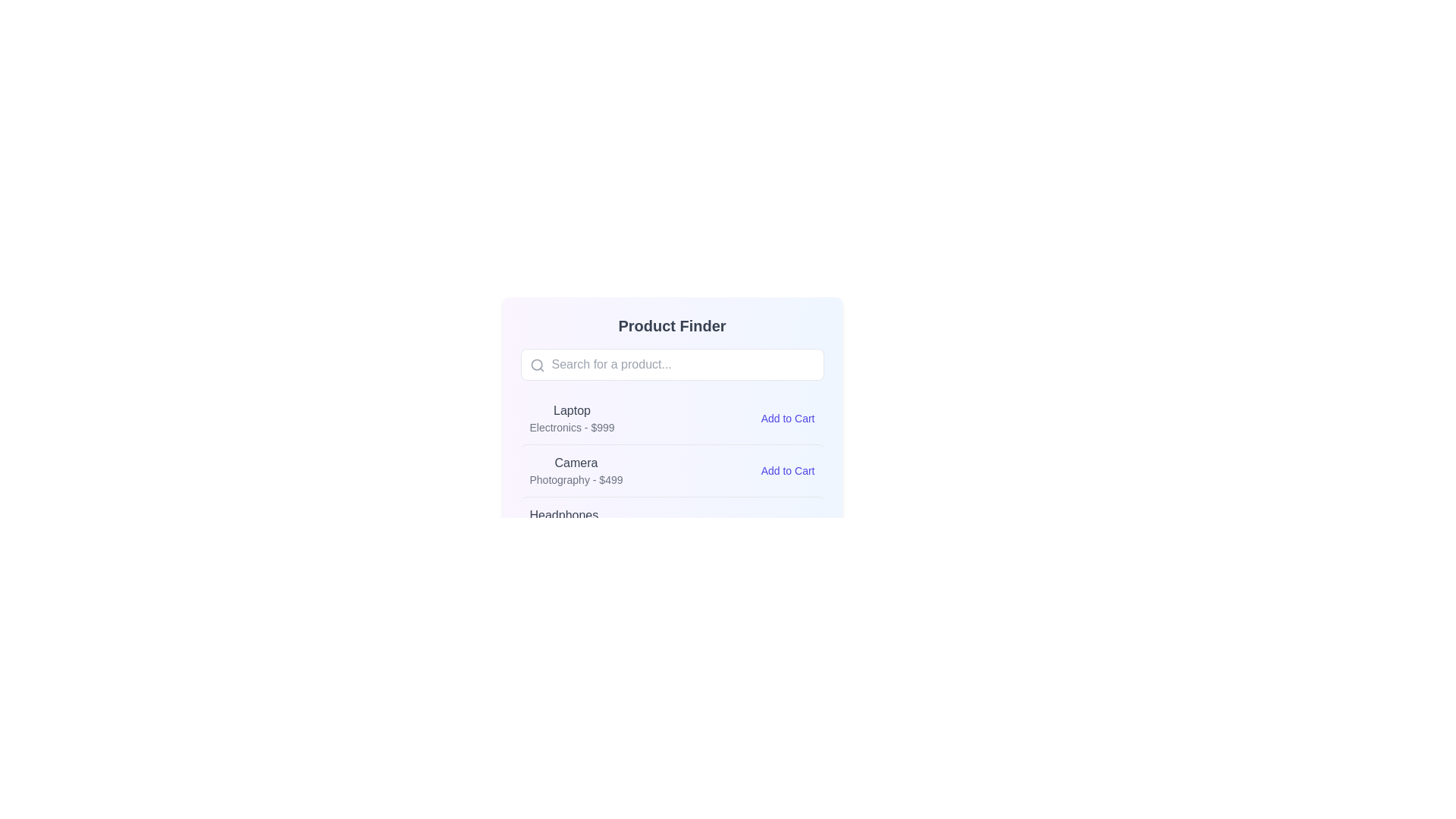 The height and width of the screenshot is (819, 1456). Describe the element at coordinates (536, 365) in the screenshot. I see `the circular icon within the search icon in the input bar, which is positioned to the left of the text input box labeled 'Search for a product...'` at that location.